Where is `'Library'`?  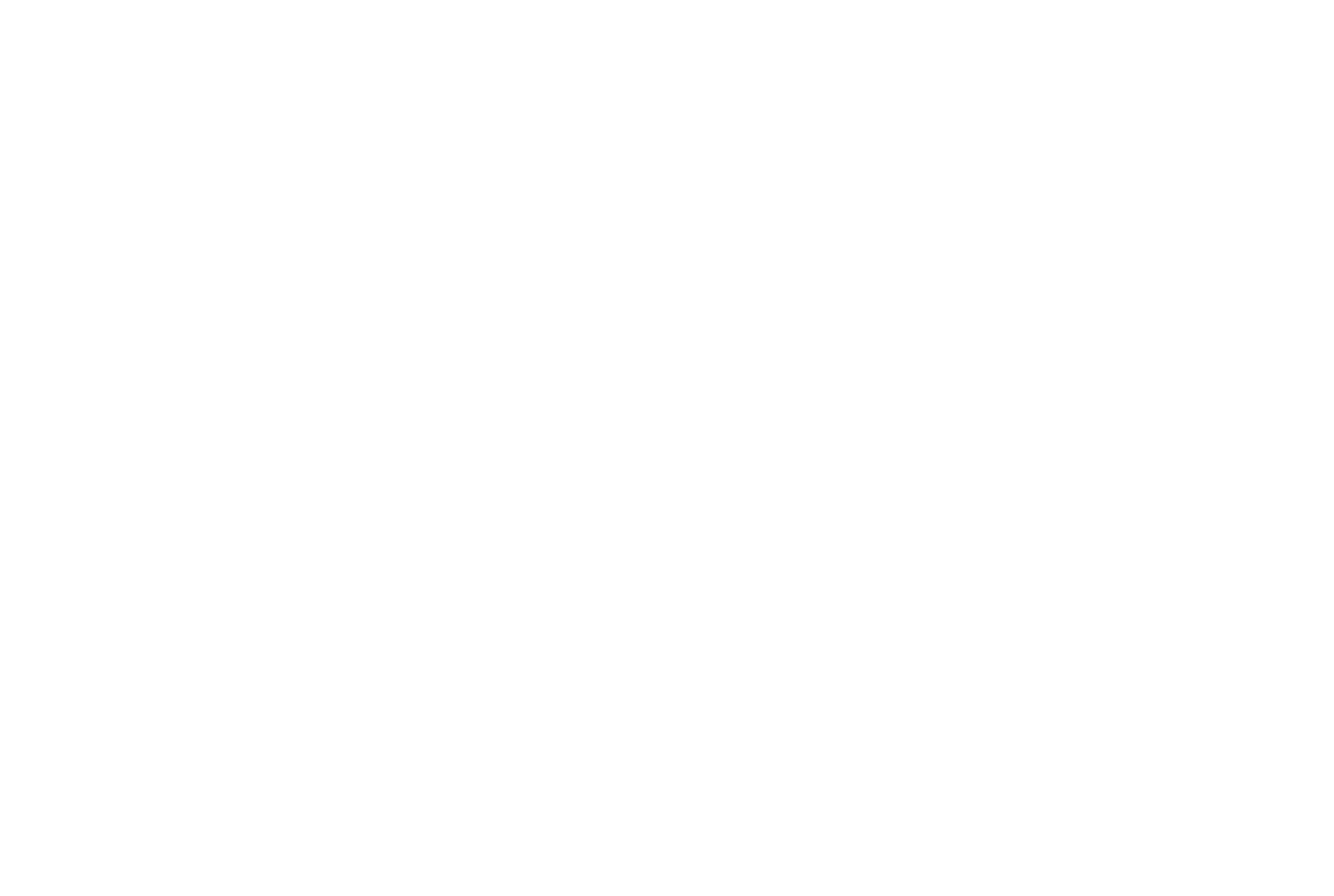
'Library' is located at coordinates (323, 148).